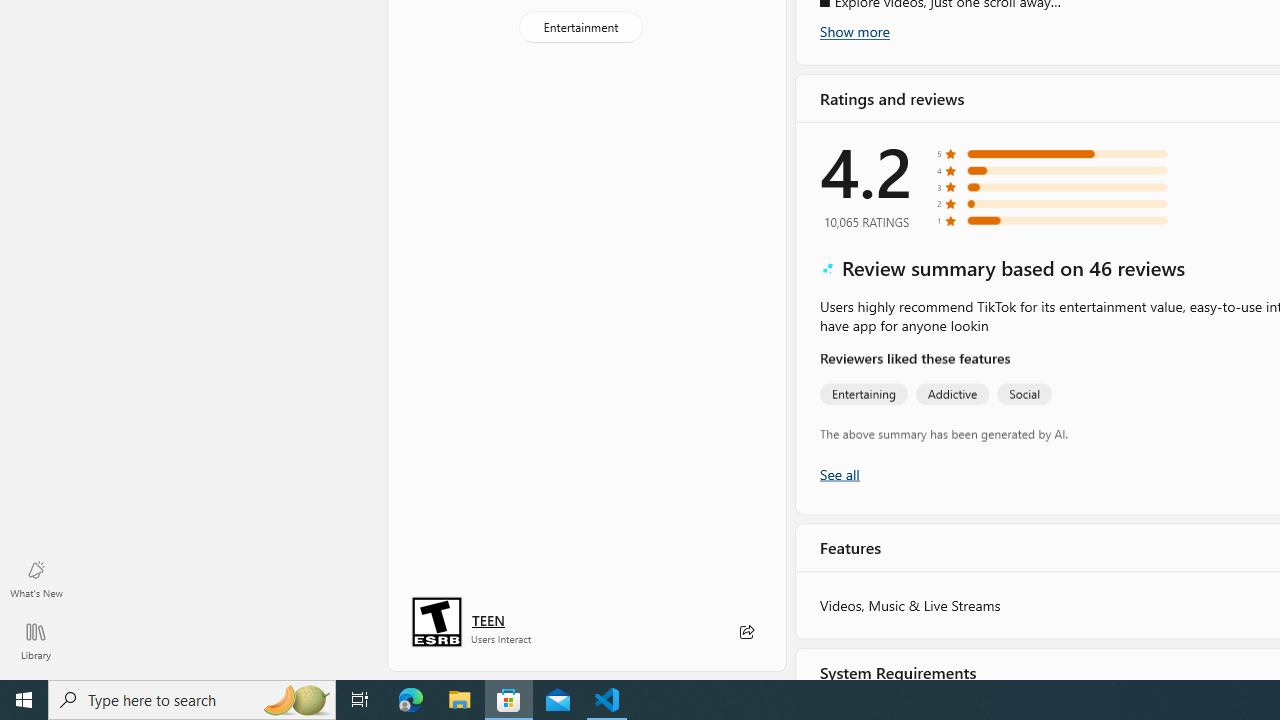  Describe the element at coordinates (488, 618) in the screenshot. I see `'Age rating: TEEN. Click for more information.'` at that location.